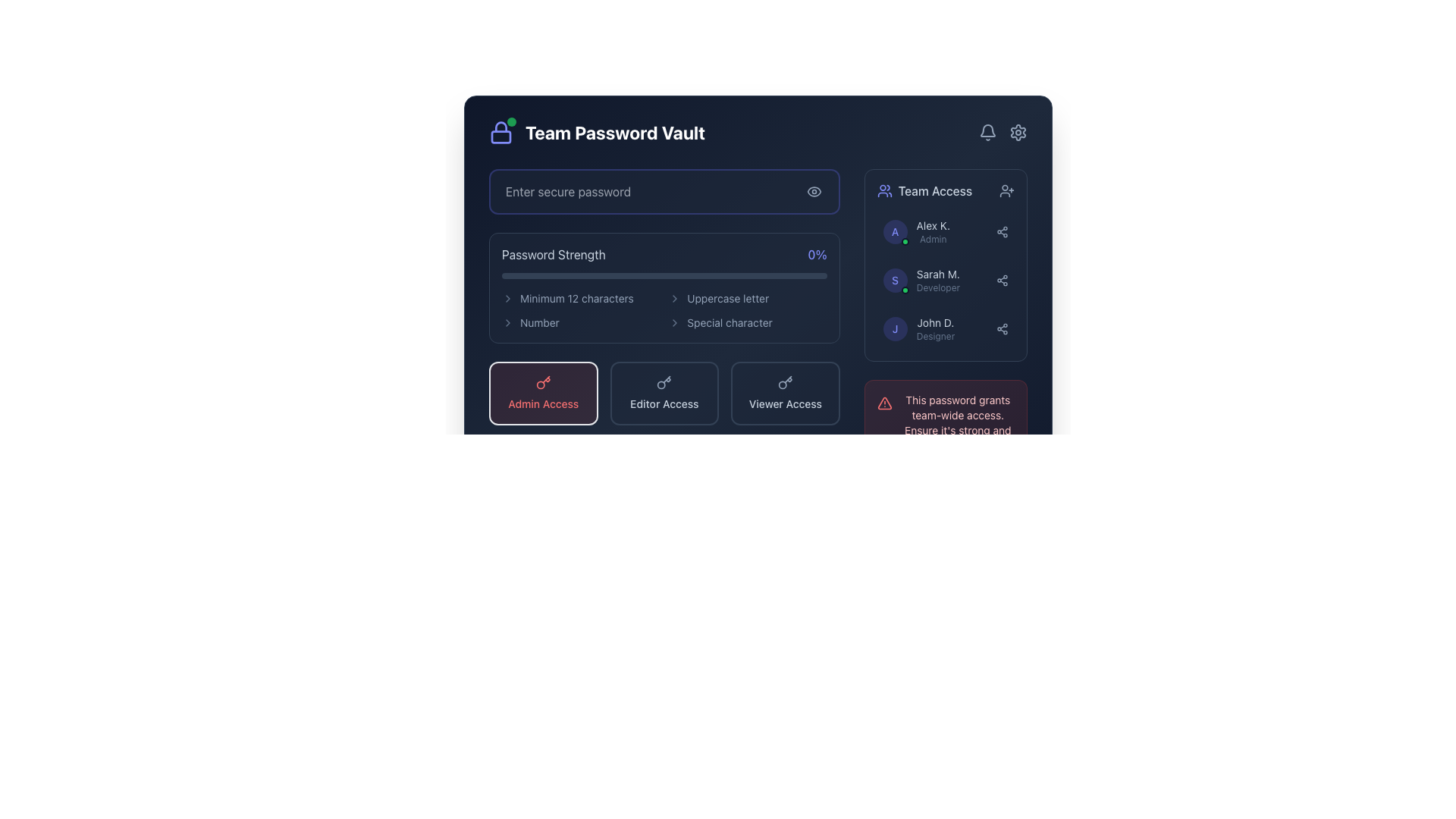 This screenshot has height=819, width=1456. What do you see at coordinates (615, 131) in the screenshot?
I see `bold and large-sized header text 'Team Password Vault' styled in white, located in the top central part of the interface` at bounding box center [615, 131].